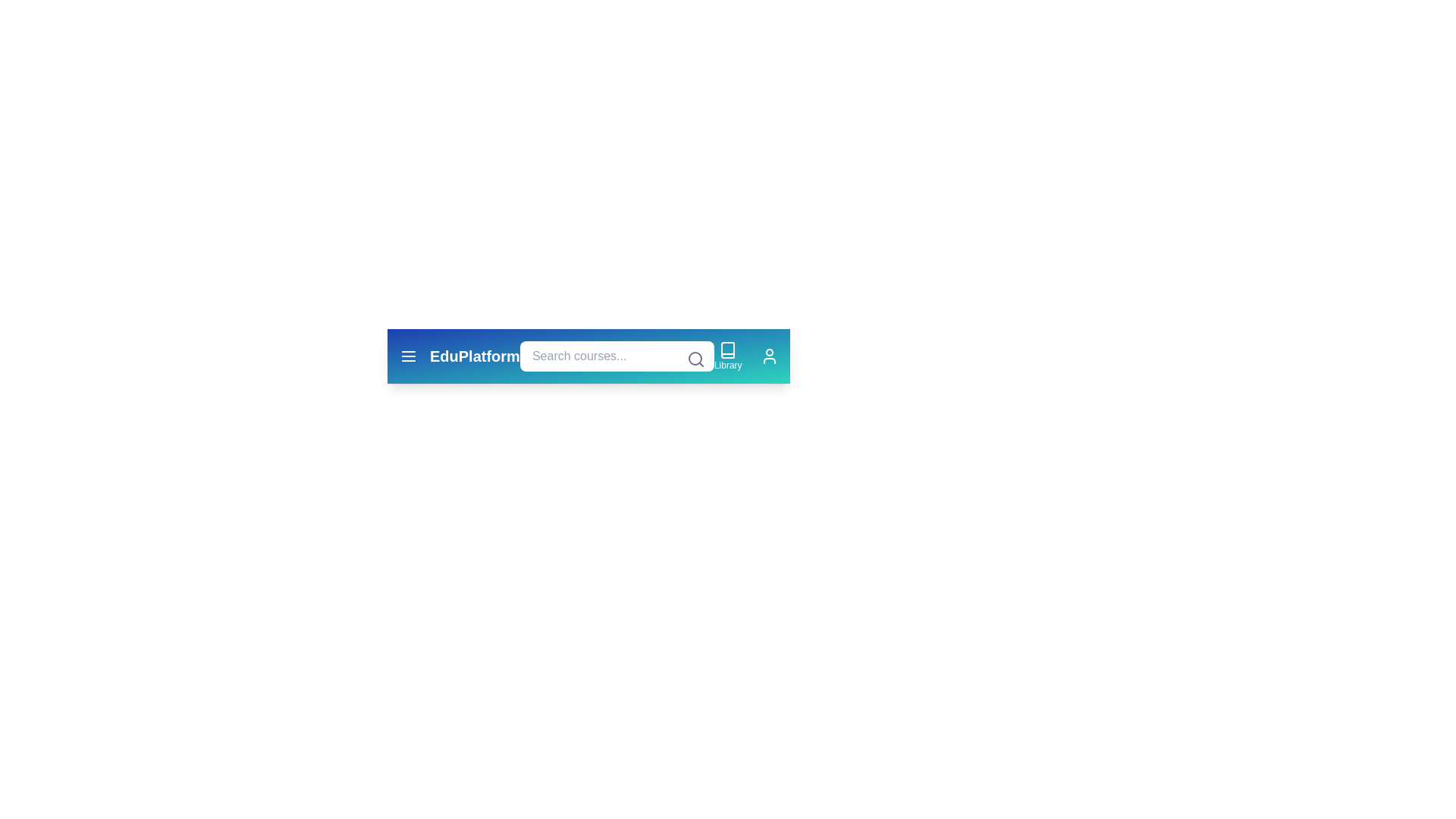  Describe the element at coordinates (695, 359) in the screenshot. I see `the search icon to submit the search query` at that location.